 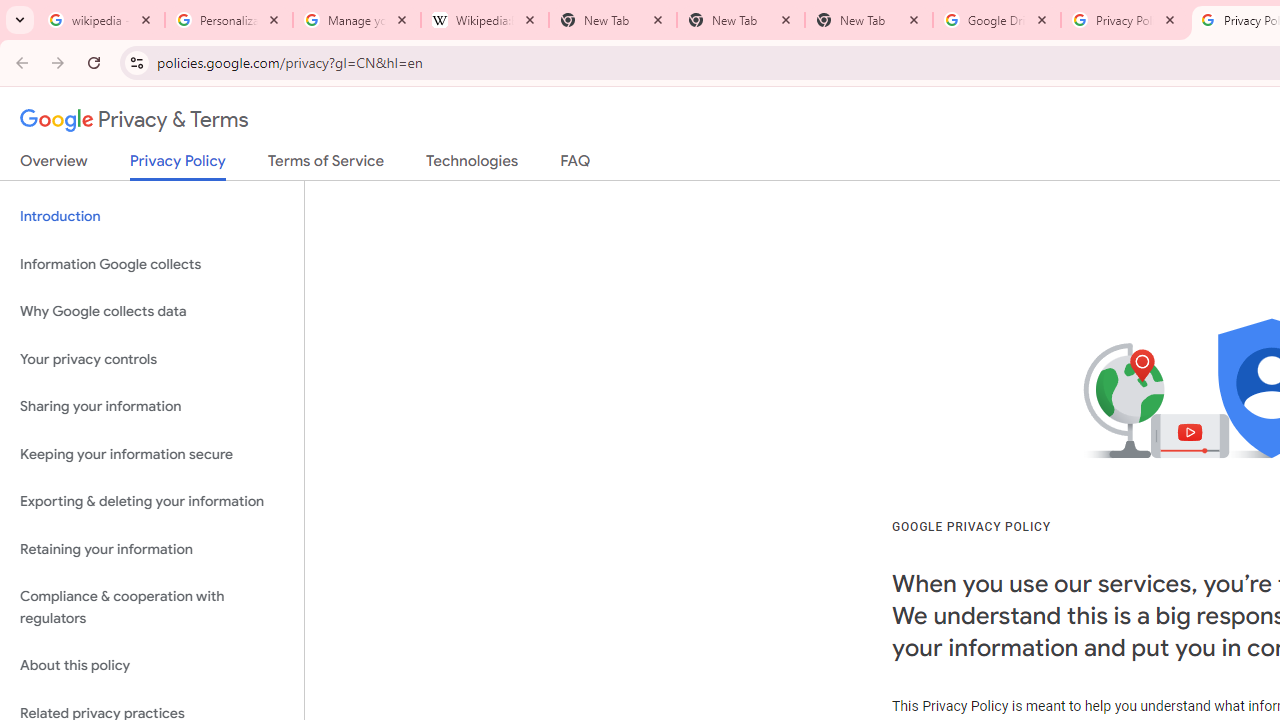 What do you see at coordinates (485, 20) in the screenshot?
I see `'Wikipedia:Edit requests - Wikipedia'` at bounding box center [485, 20].